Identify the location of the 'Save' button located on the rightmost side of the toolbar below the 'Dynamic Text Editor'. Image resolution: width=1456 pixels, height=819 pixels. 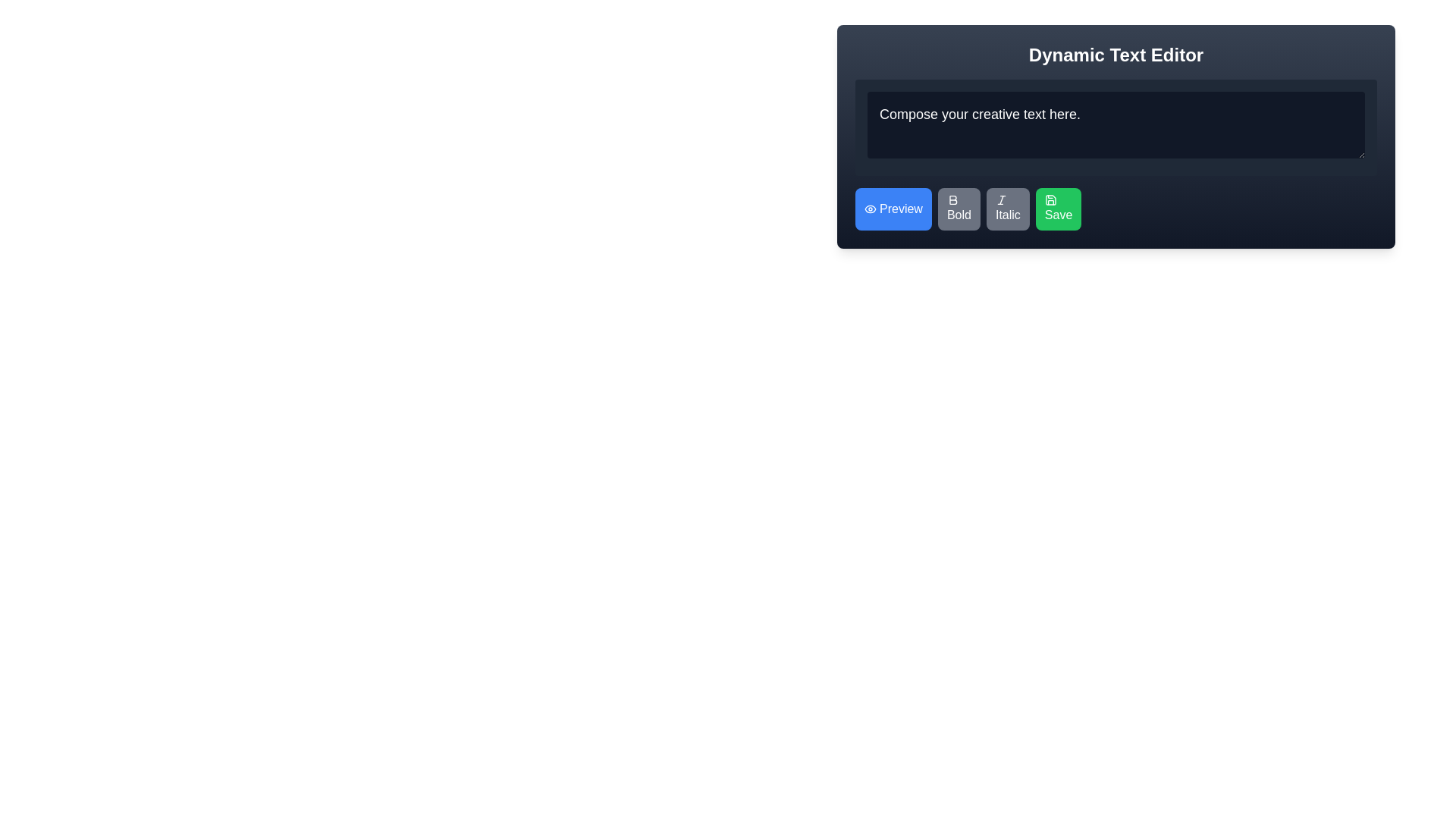
(1058, 209).